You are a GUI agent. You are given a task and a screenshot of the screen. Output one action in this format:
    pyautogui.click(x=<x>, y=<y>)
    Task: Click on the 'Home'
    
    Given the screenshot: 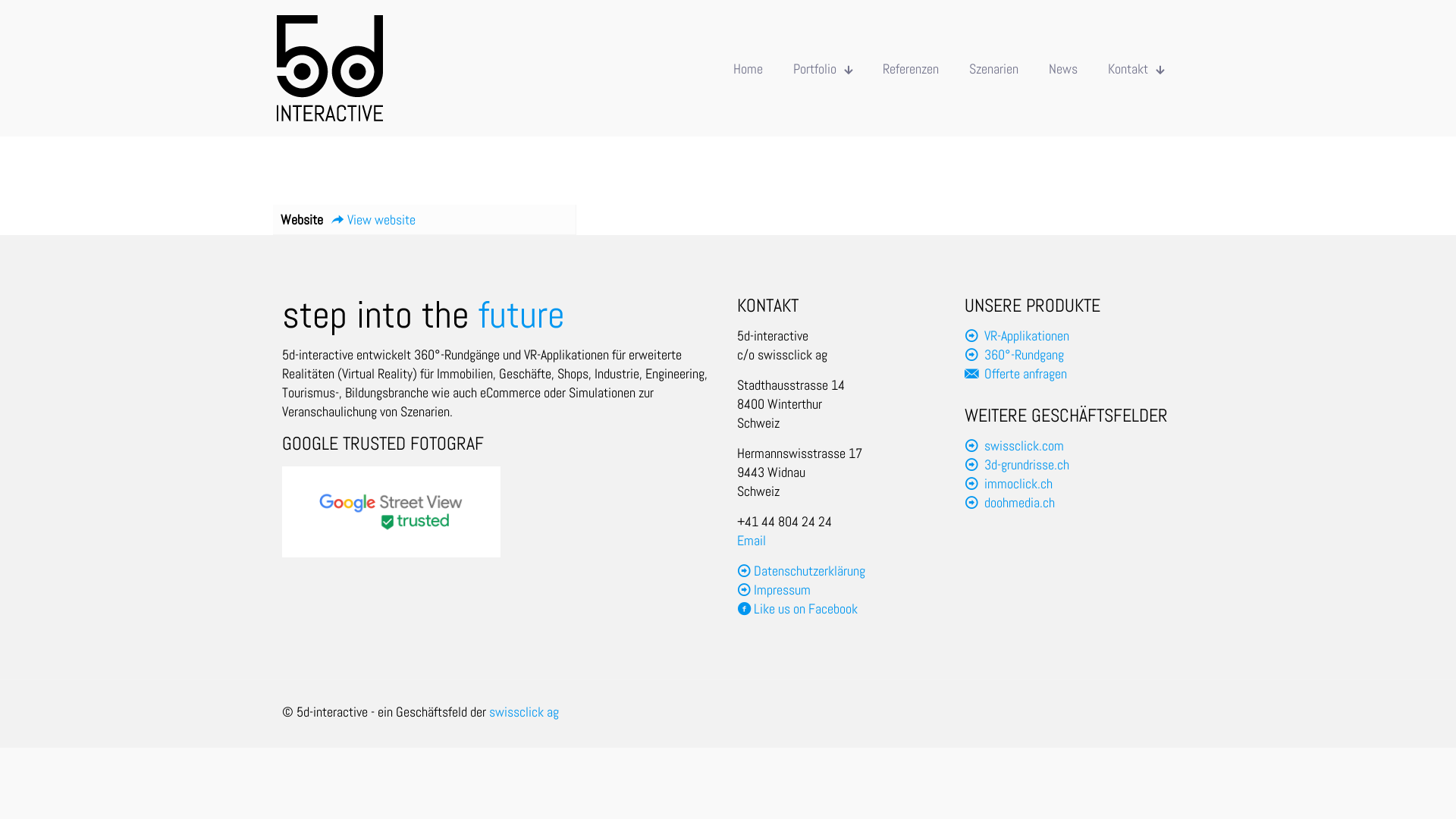 What is the action you would take?
    pyautogui.click(x=748, y=67)
    